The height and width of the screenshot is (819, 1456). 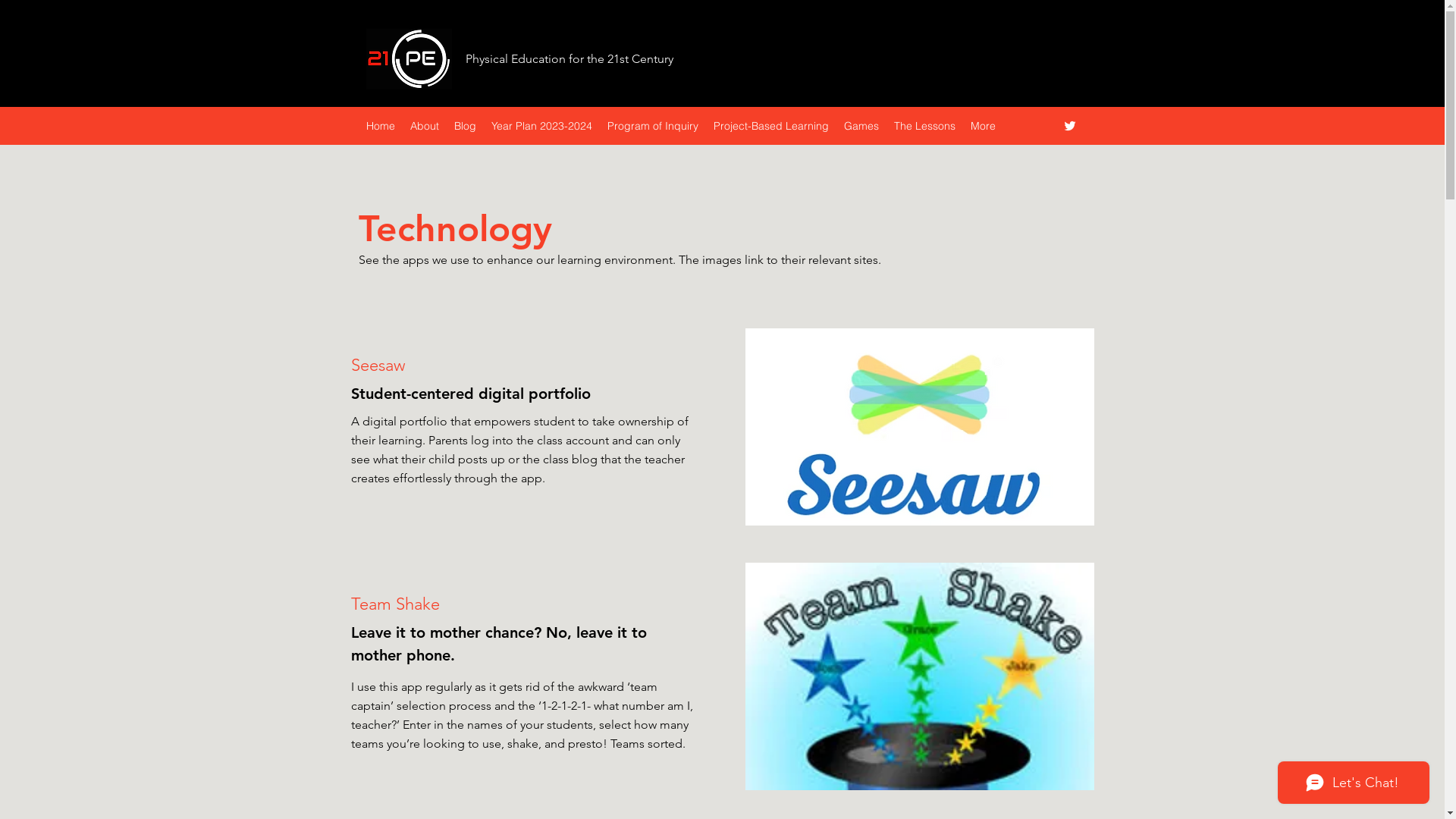 I want to click on 'Program of Inquiry', so click(x=598, y=124).